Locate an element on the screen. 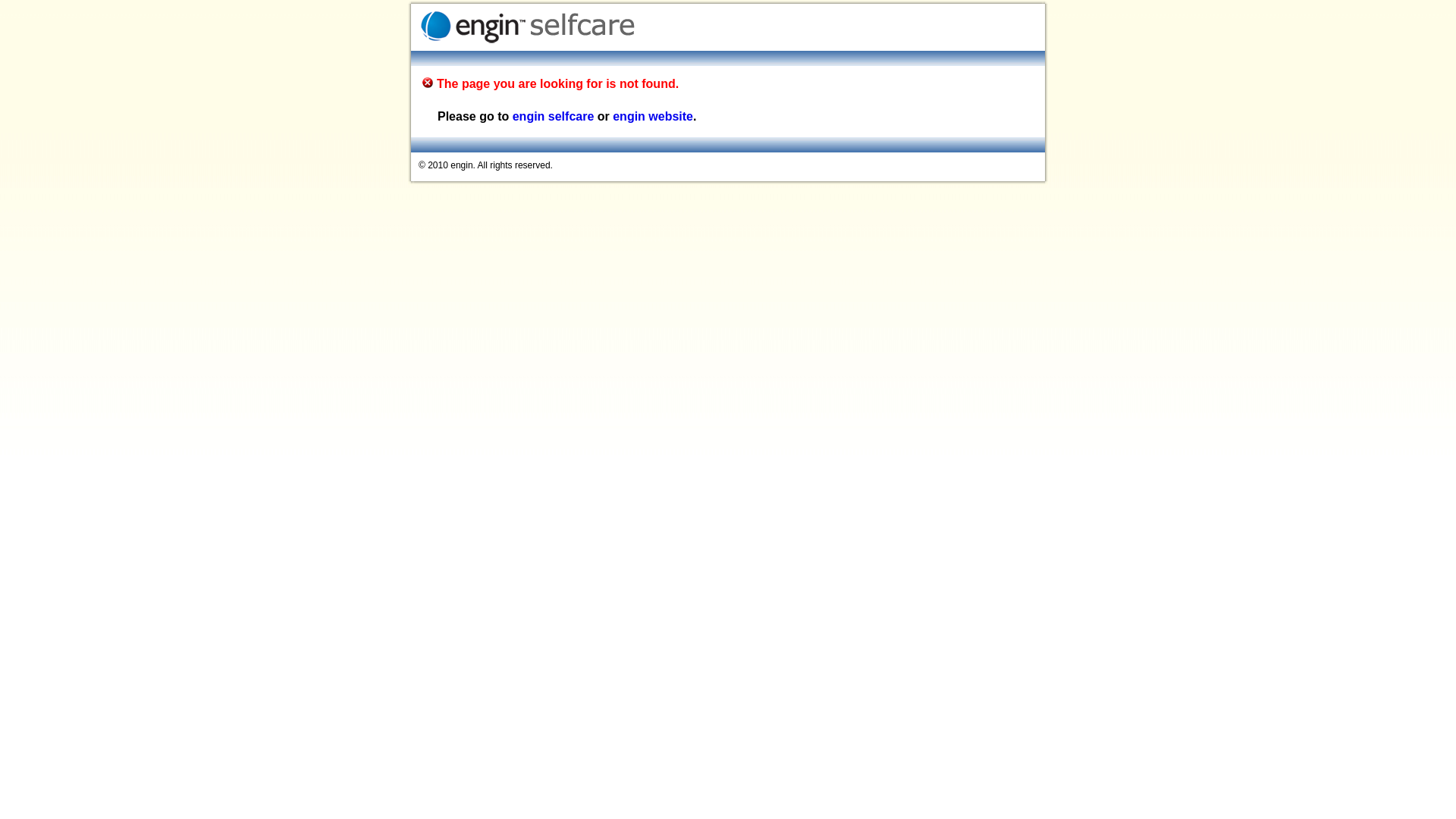 This screenshot has height=819, width=1456. 'engin selfcare' is located at coordinates (552, 115).